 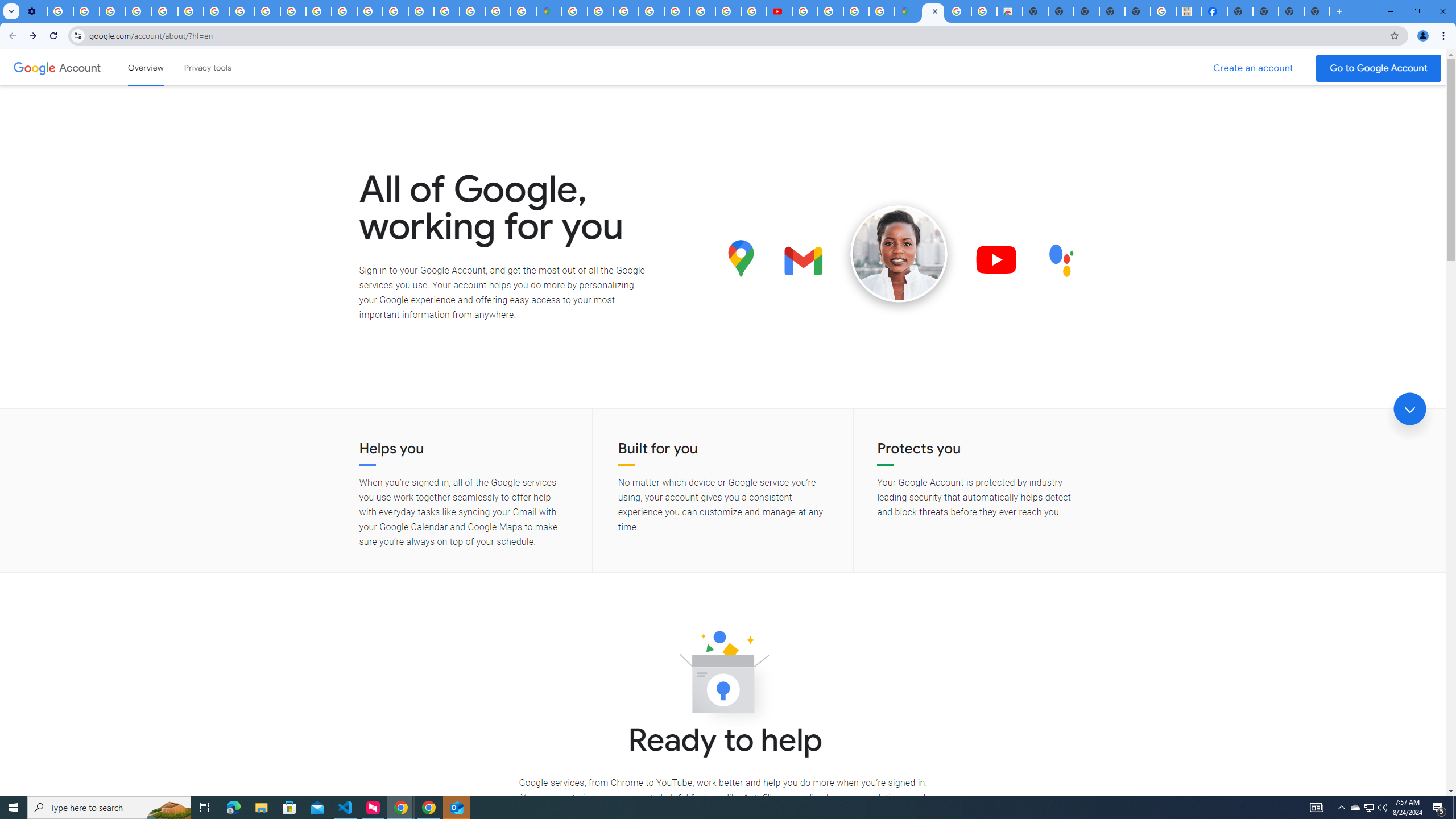 I want to click on 'How Chrome protects your passwords - Google Chrome Help', so click(x=804, y=11).